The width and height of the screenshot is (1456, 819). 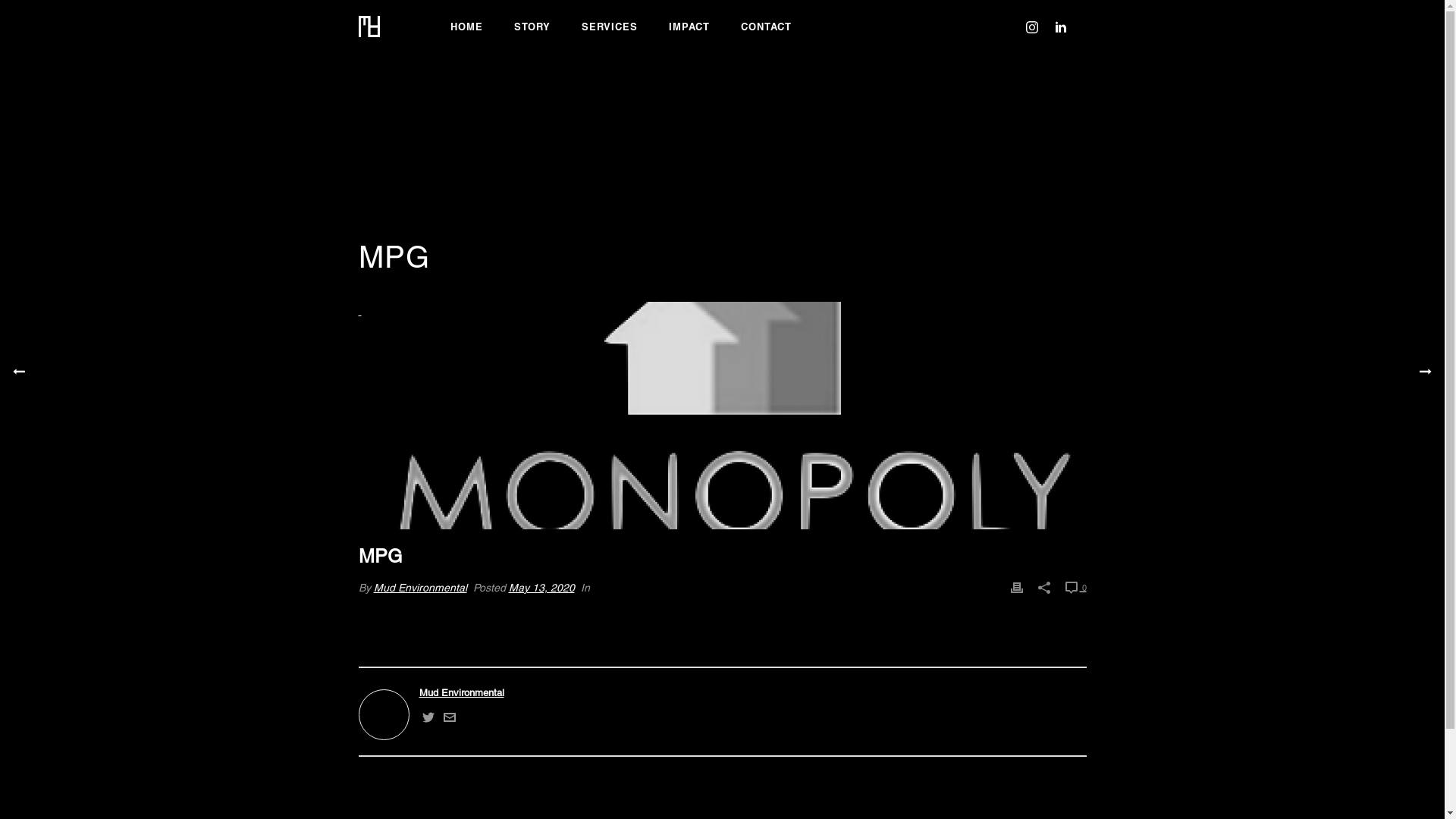 What do you see at coordinates (442, 719) in the screenshot?
I see `'Get in touch with me via email'` at bounding box center [442, 719].